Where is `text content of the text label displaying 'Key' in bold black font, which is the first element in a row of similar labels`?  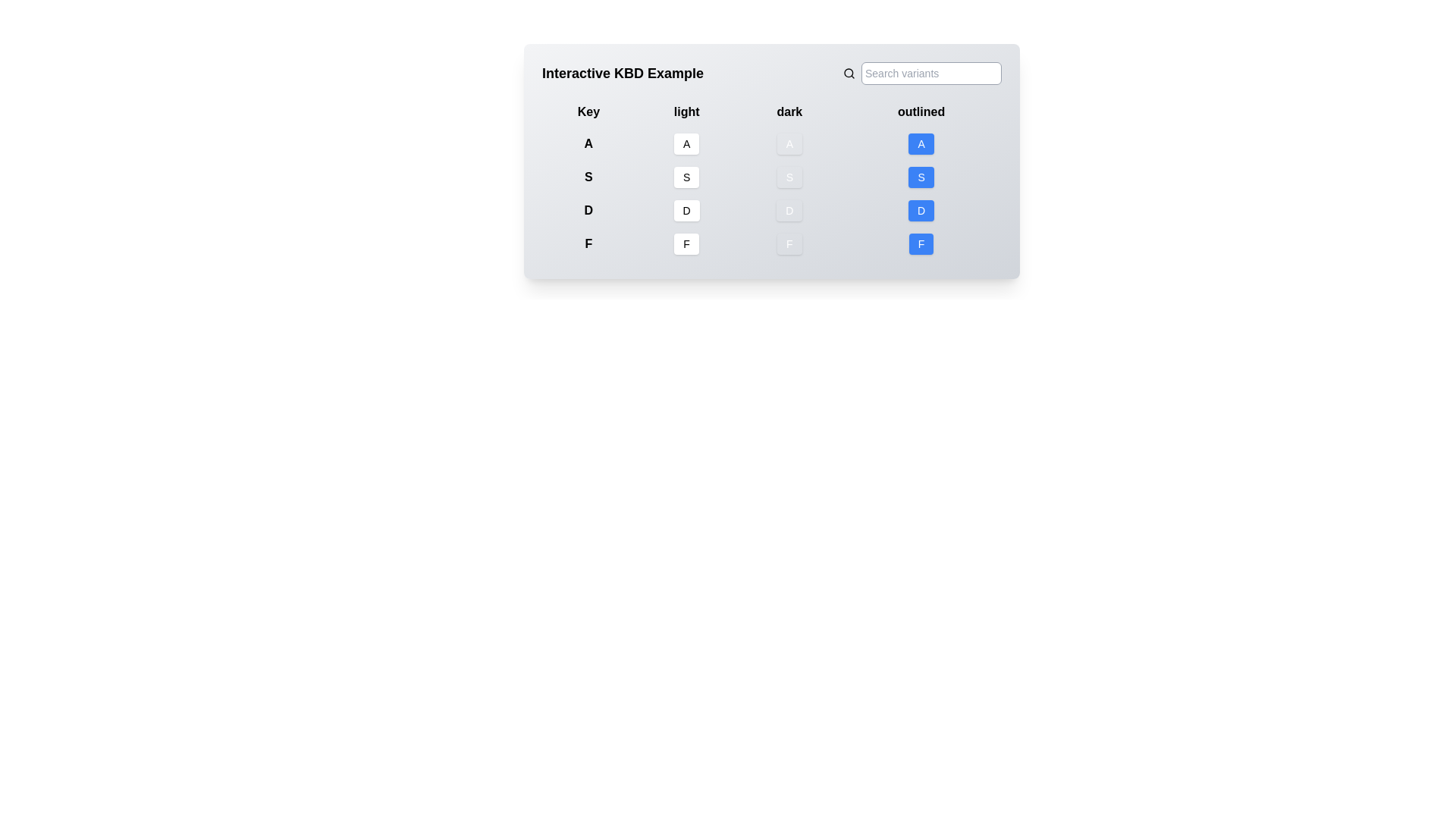
text content of the text label displaying 'Key' in bold black font, which is the first element in a row of similar labels is located at coordinates (588, 111).